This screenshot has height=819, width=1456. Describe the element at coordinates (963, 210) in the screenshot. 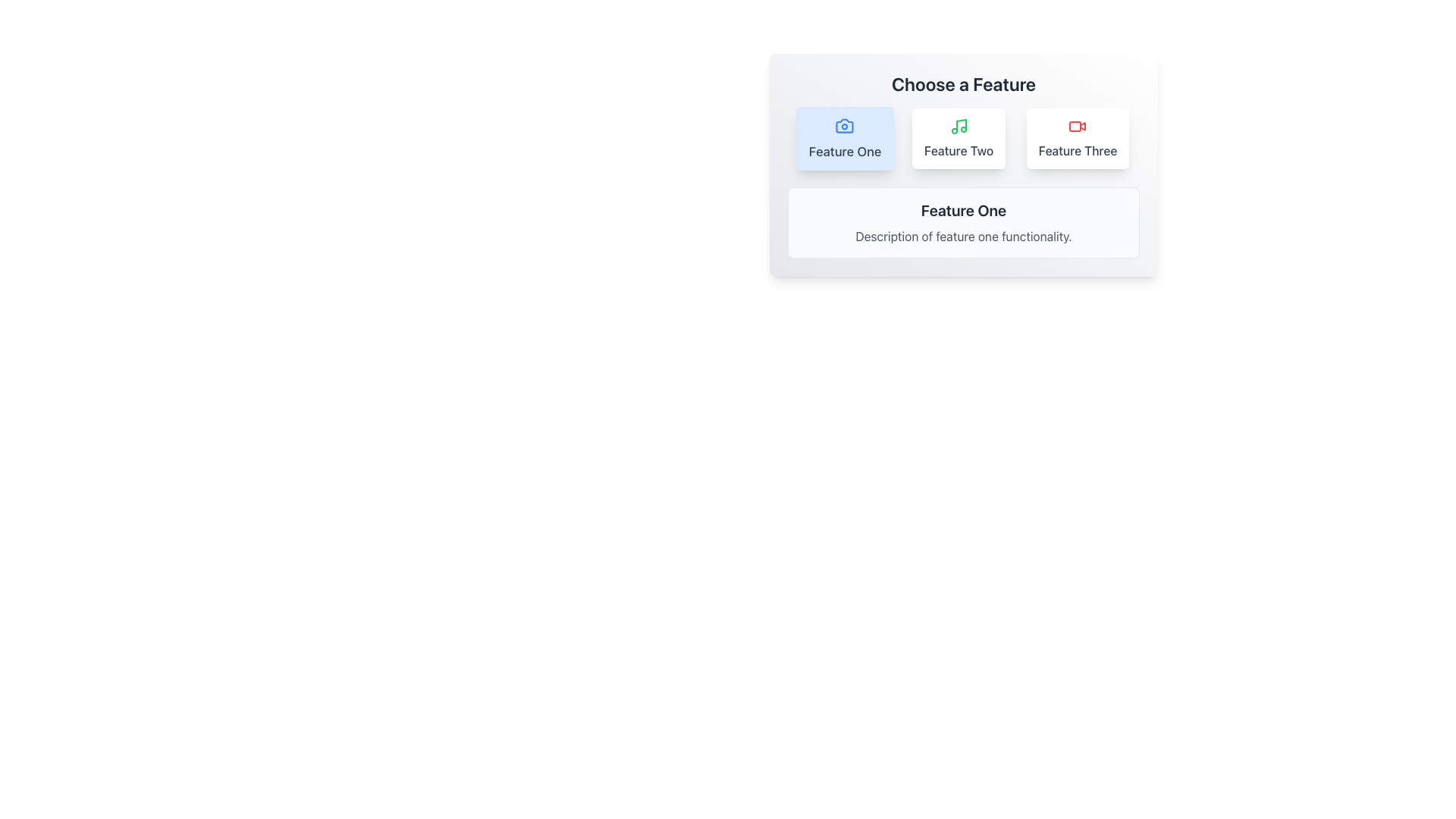

I see `the text label displaying 'Feature One', which is styled in bold, larger font and dark gray color, located at the top of a bordered area containing descriptive content` at that location.